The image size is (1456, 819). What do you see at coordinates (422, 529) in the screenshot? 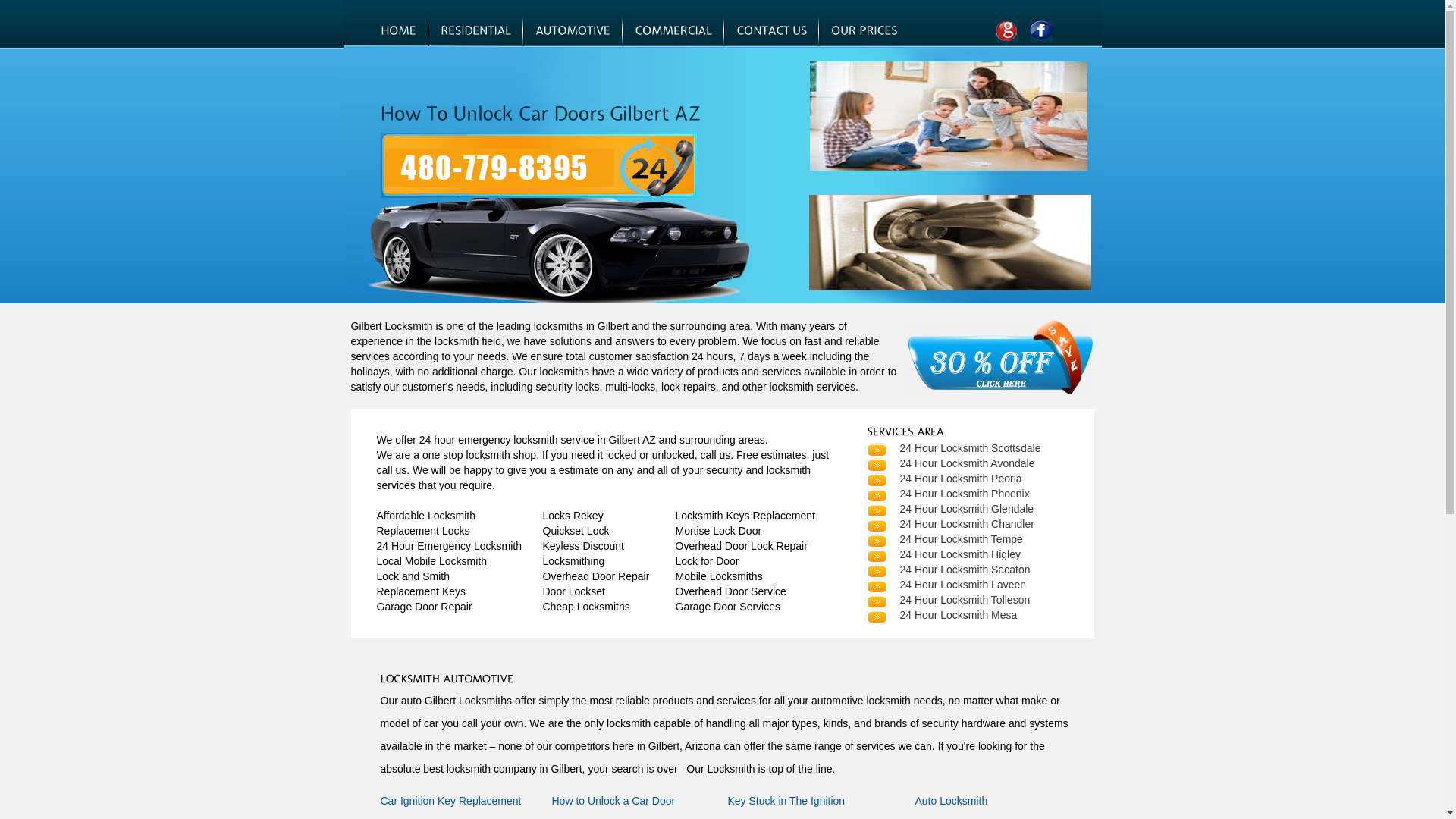
I see `'Replacement Locks'` at bounding box center [422, 529].